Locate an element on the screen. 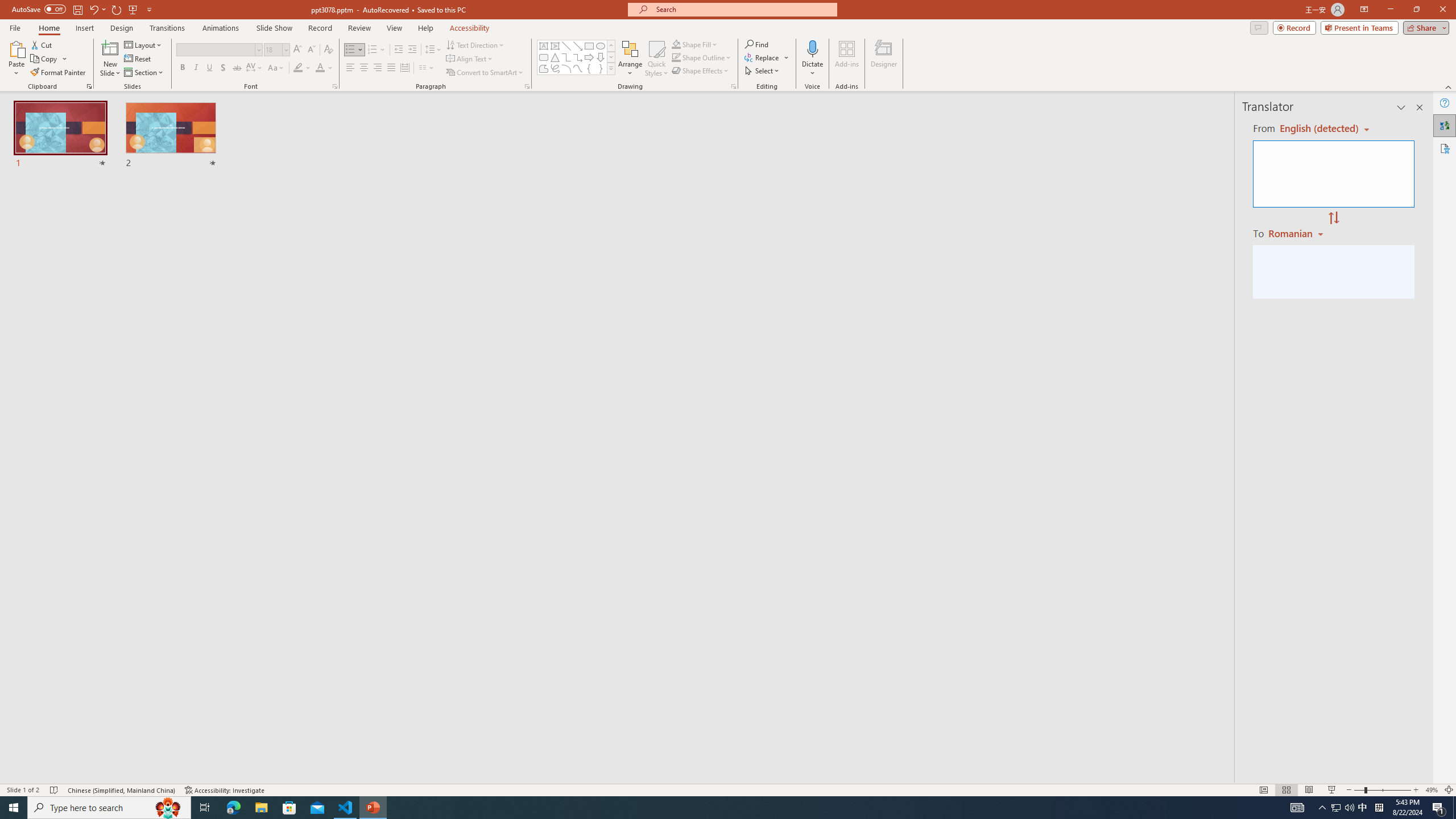 This screenshot has width=1456, height=819. 'Zoom 49%' is located at coordinates (1431, 790).